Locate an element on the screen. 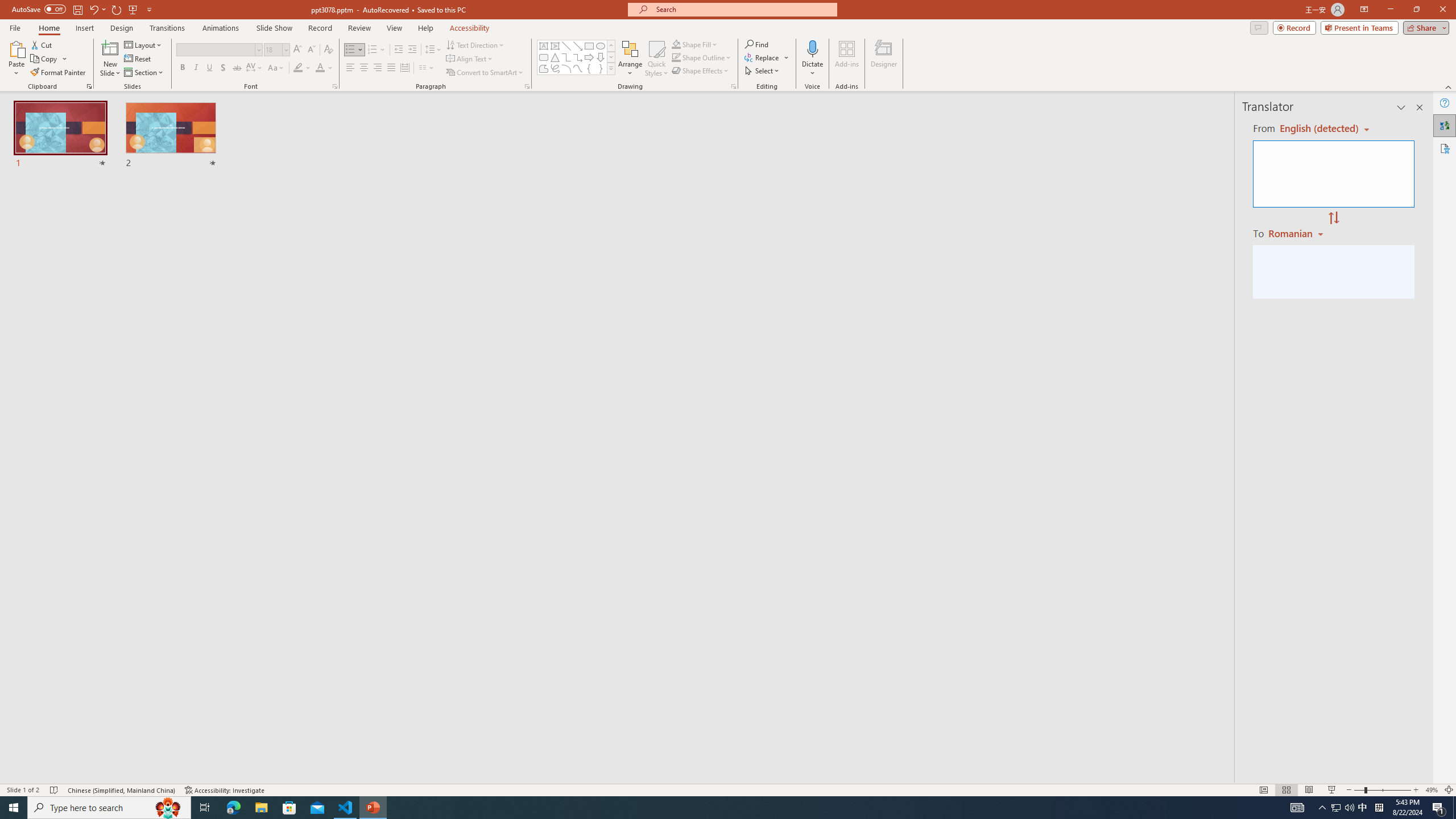 This screenshot has width=1456, height=819. 'Zoom 49%' is located at coordinates (1431, 790).